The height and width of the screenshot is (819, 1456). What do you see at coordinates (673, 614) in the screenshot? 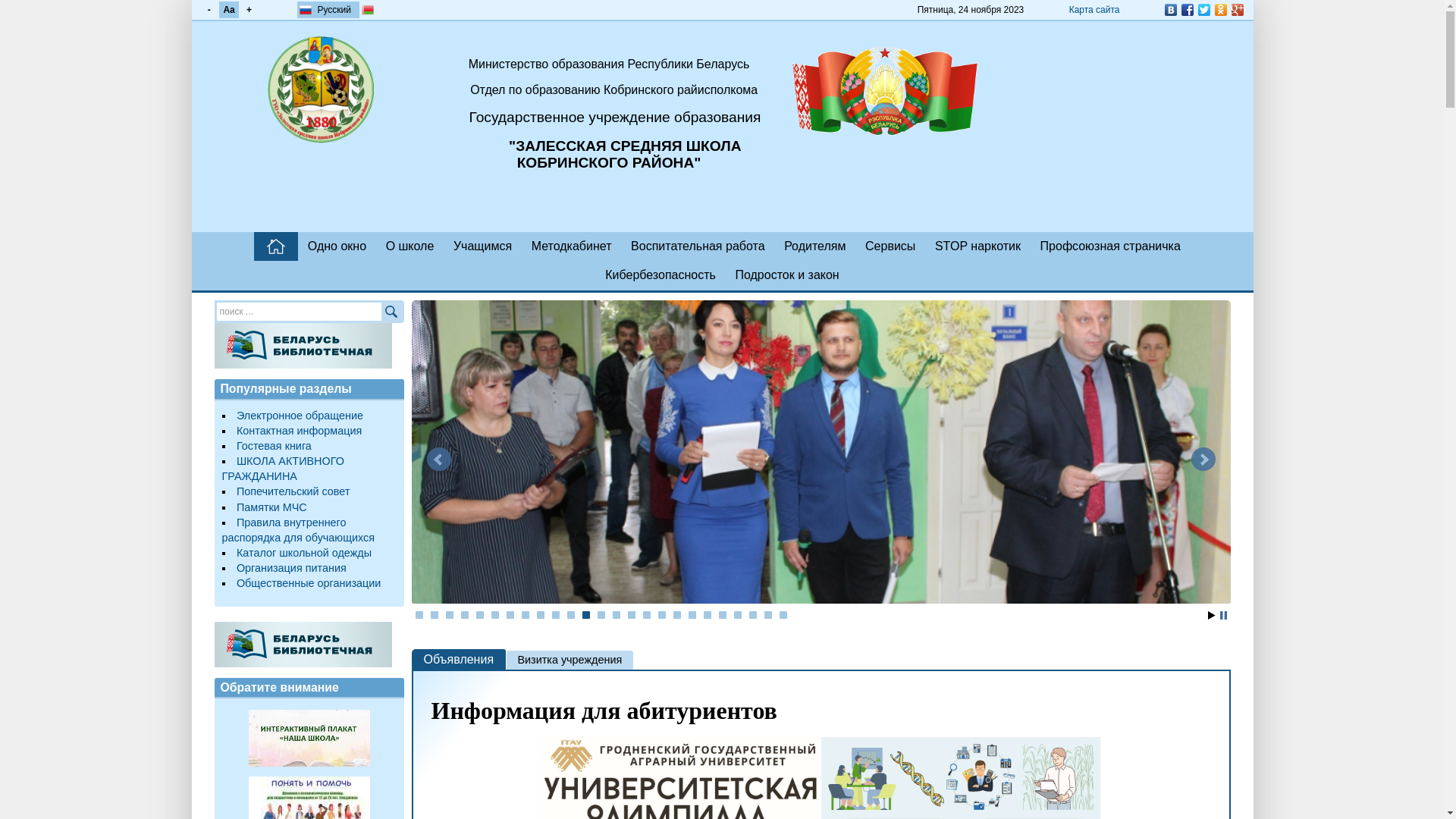
I see `'18'` at bounding box center [673, 614].